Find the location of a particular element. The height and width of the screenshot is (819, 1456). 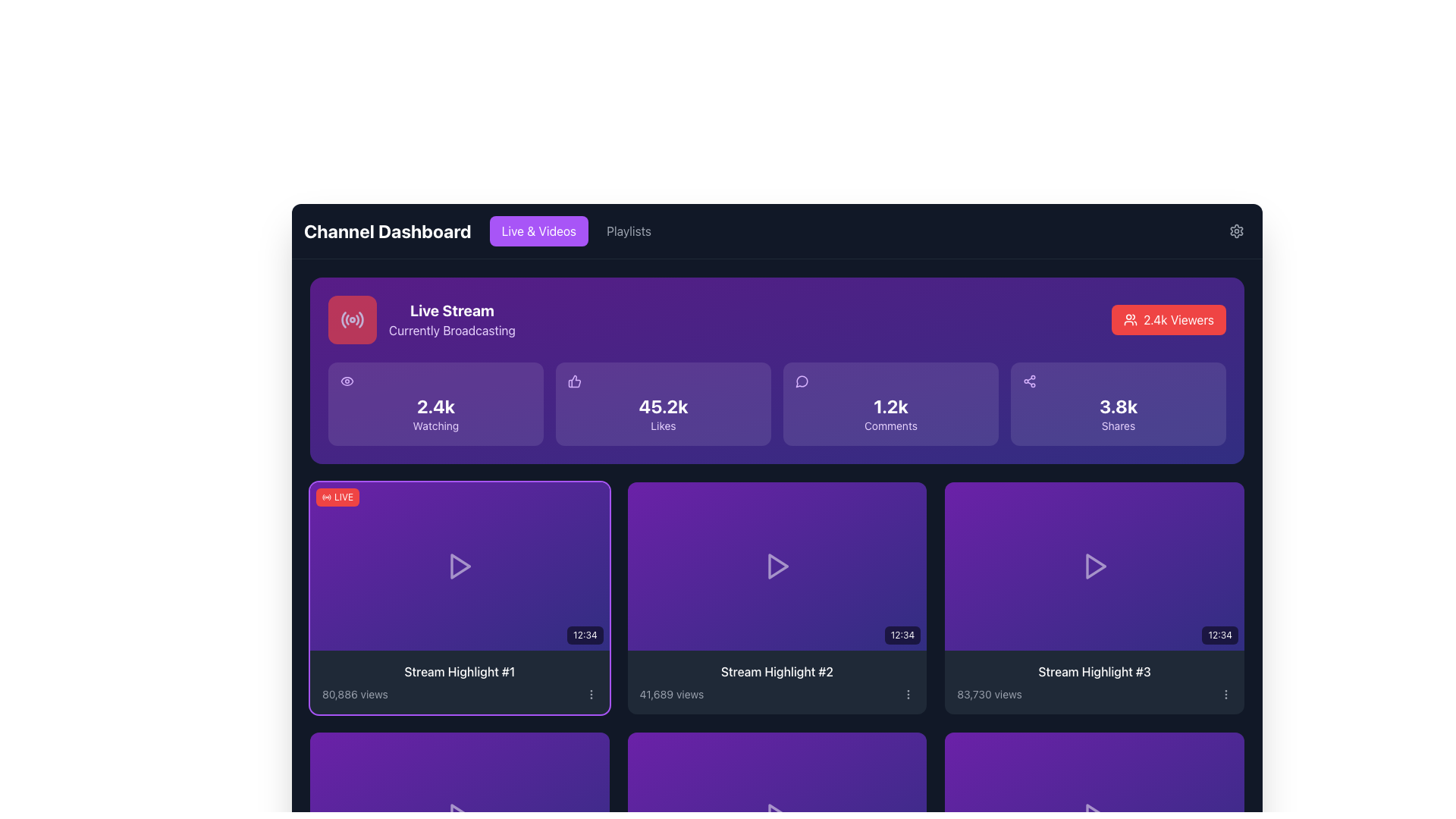

the settings icon button, represented by a gear icon, located is located at coordinates (1237, 231).